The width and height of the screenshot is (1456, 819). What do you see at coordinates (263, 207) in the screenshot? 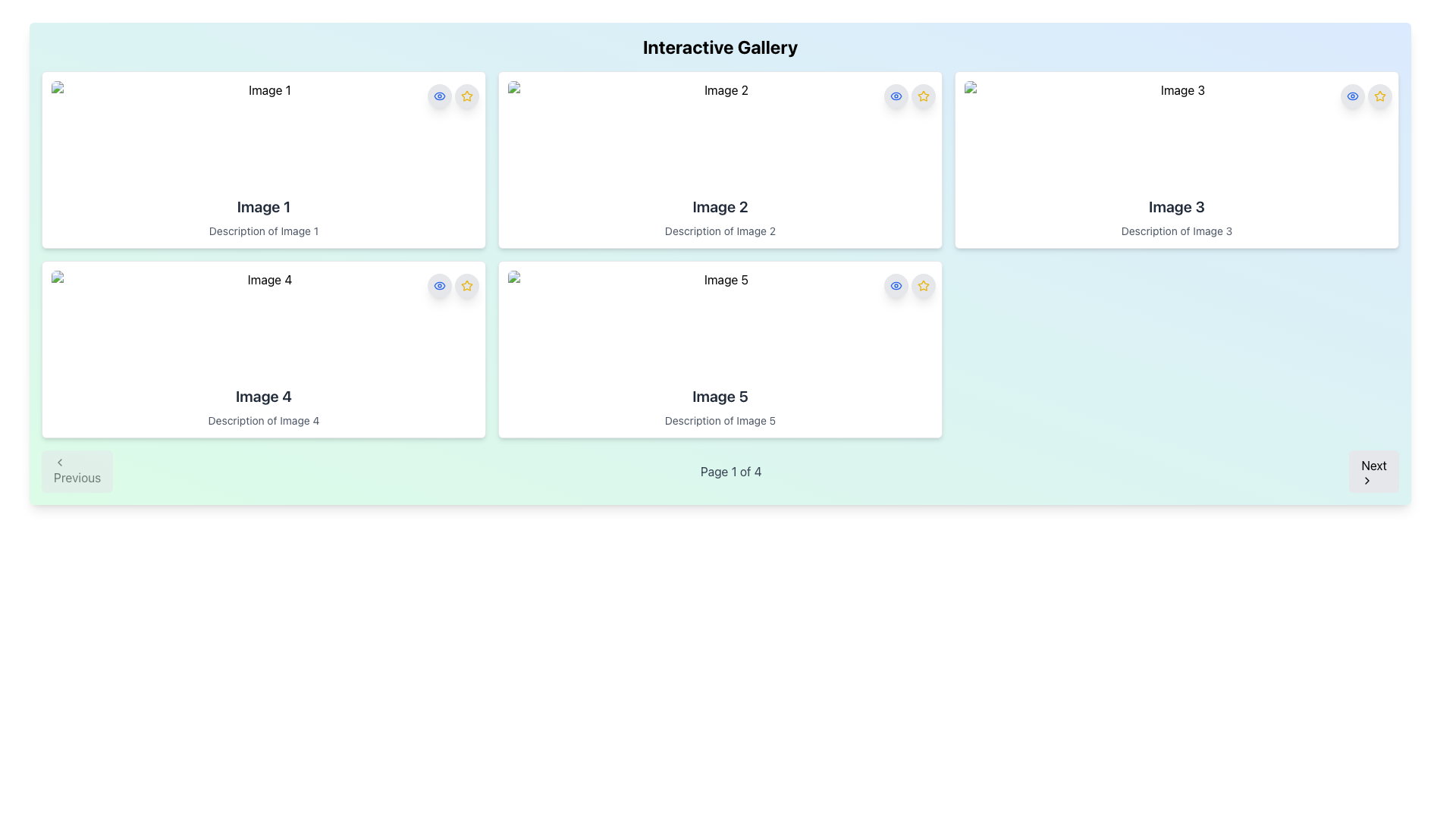
I see `text content of the Text Label that serves as a title or identifier for the associated image, positioned at the top of the first column in the grid layout` at bounding box center [263, 207].